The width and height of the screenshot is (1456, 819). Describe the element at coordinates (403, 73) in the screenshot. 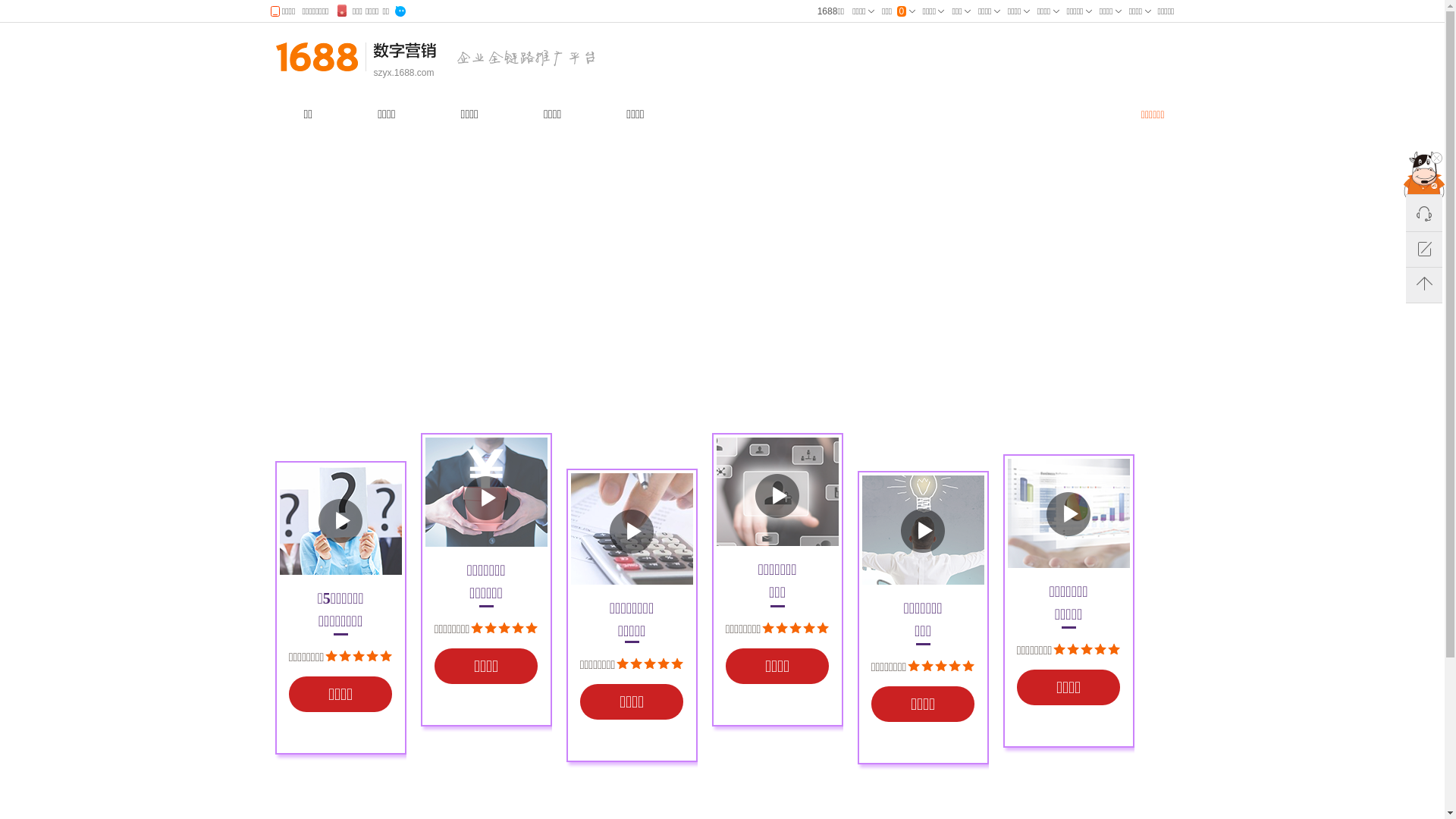

I see `'szyx.1688.com'` at that location.